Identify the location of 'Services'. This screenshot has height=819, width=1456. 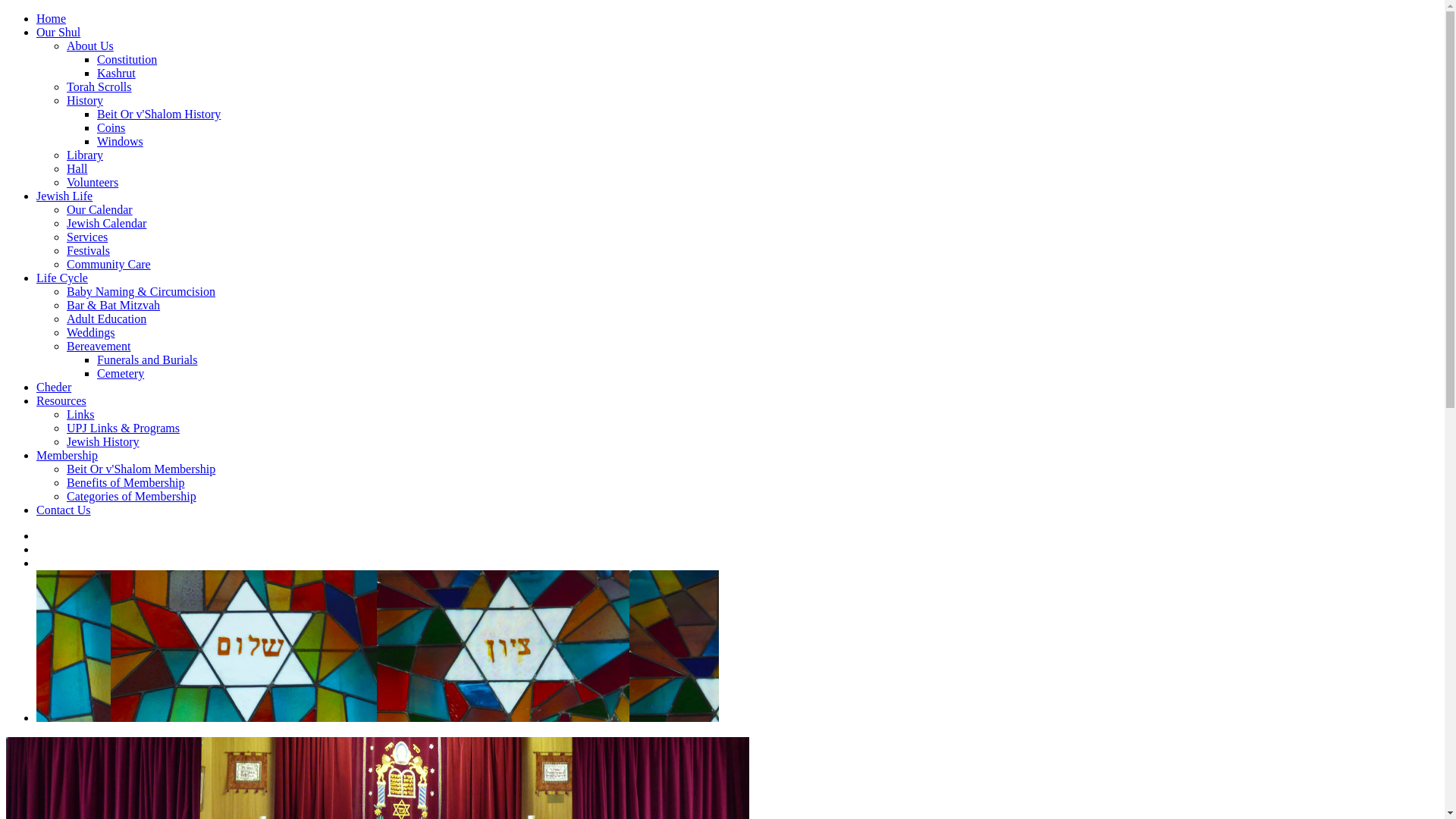
(65, 237).